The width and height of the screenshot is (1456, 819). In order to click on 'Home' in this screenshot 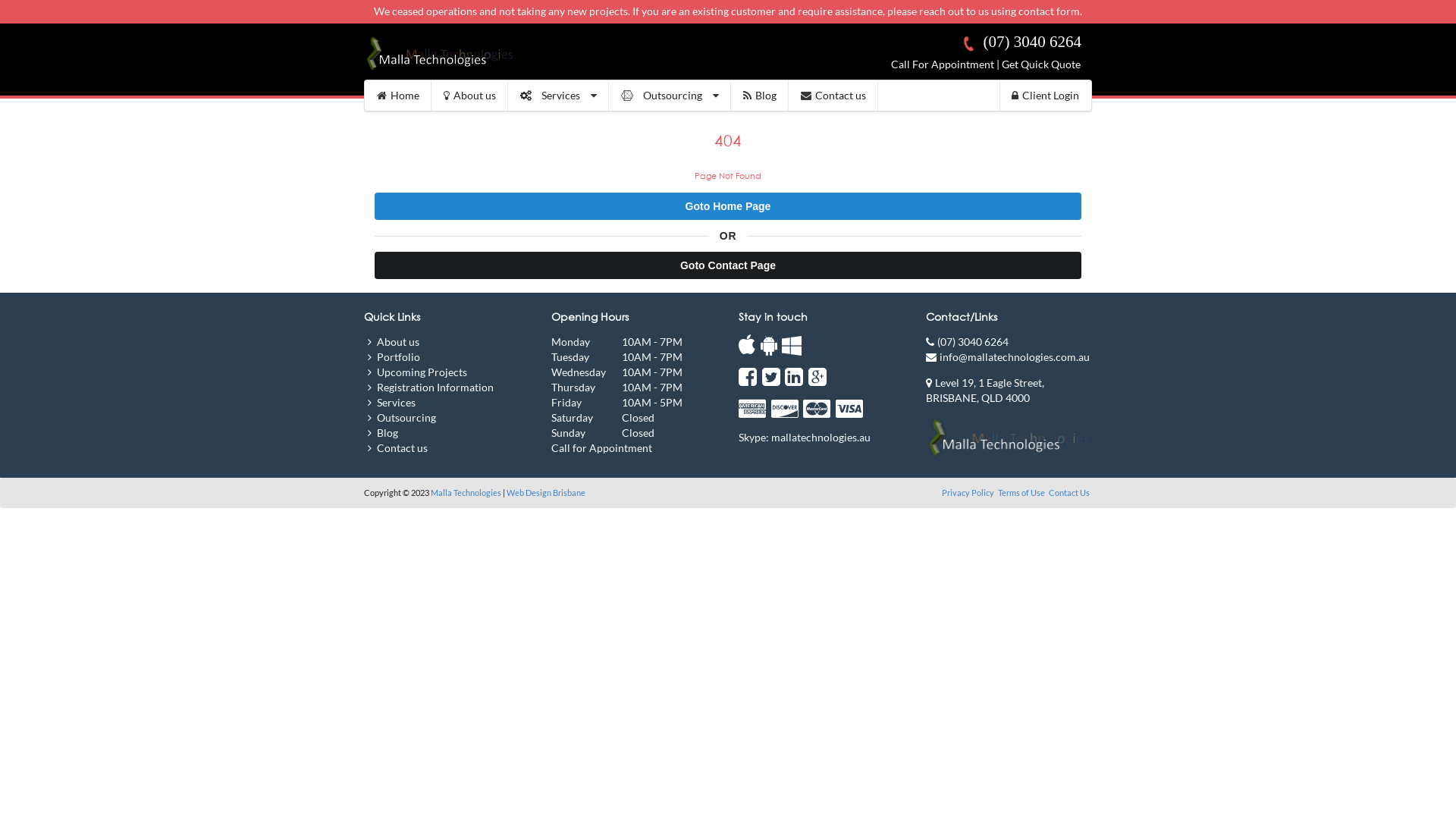, I will do `click(397, 96)`.